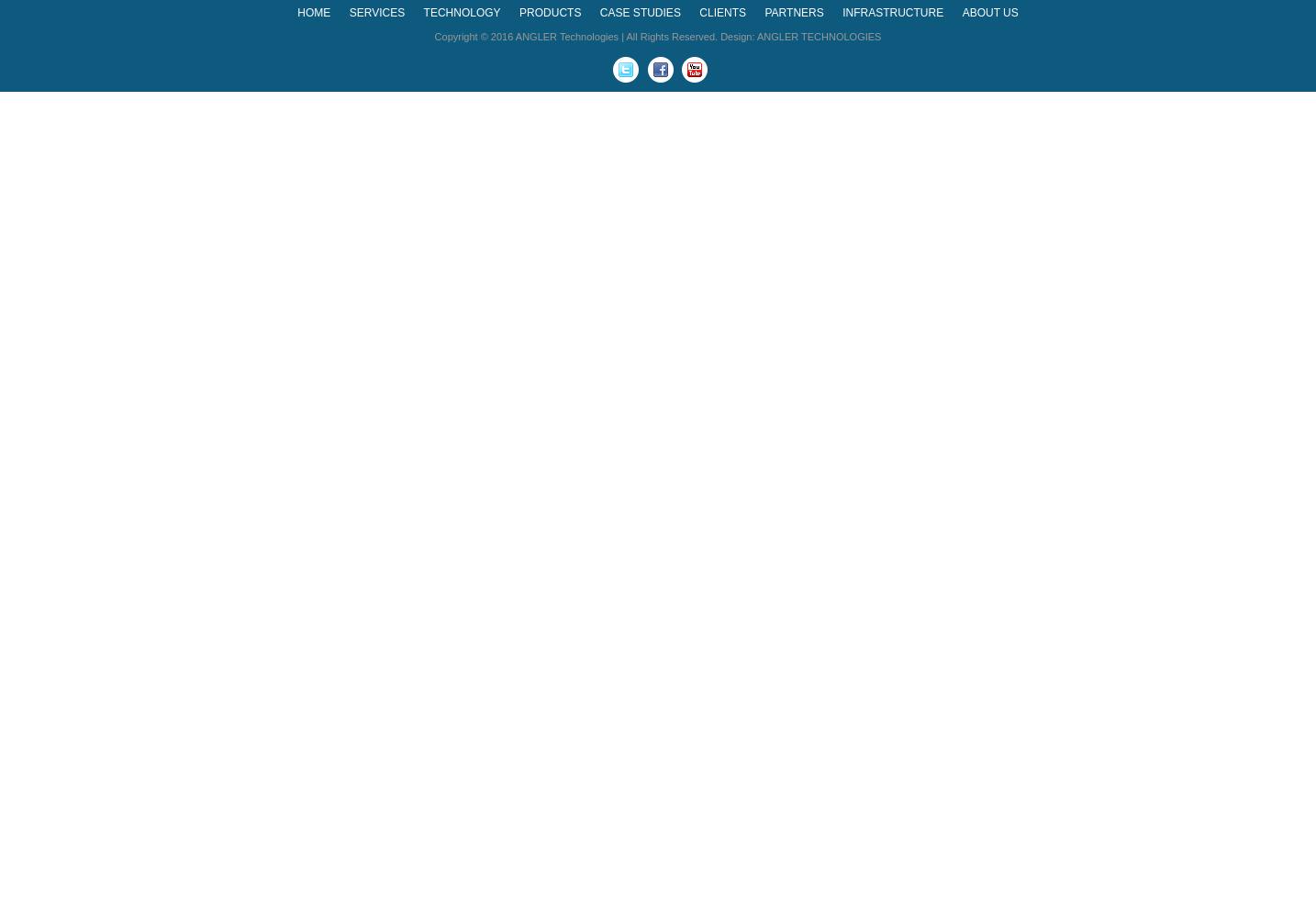  What do you see at coordinates (461, 13) in the screenshot?
I see `'TECHNOLOGY'` at bounding box center [461, 13].